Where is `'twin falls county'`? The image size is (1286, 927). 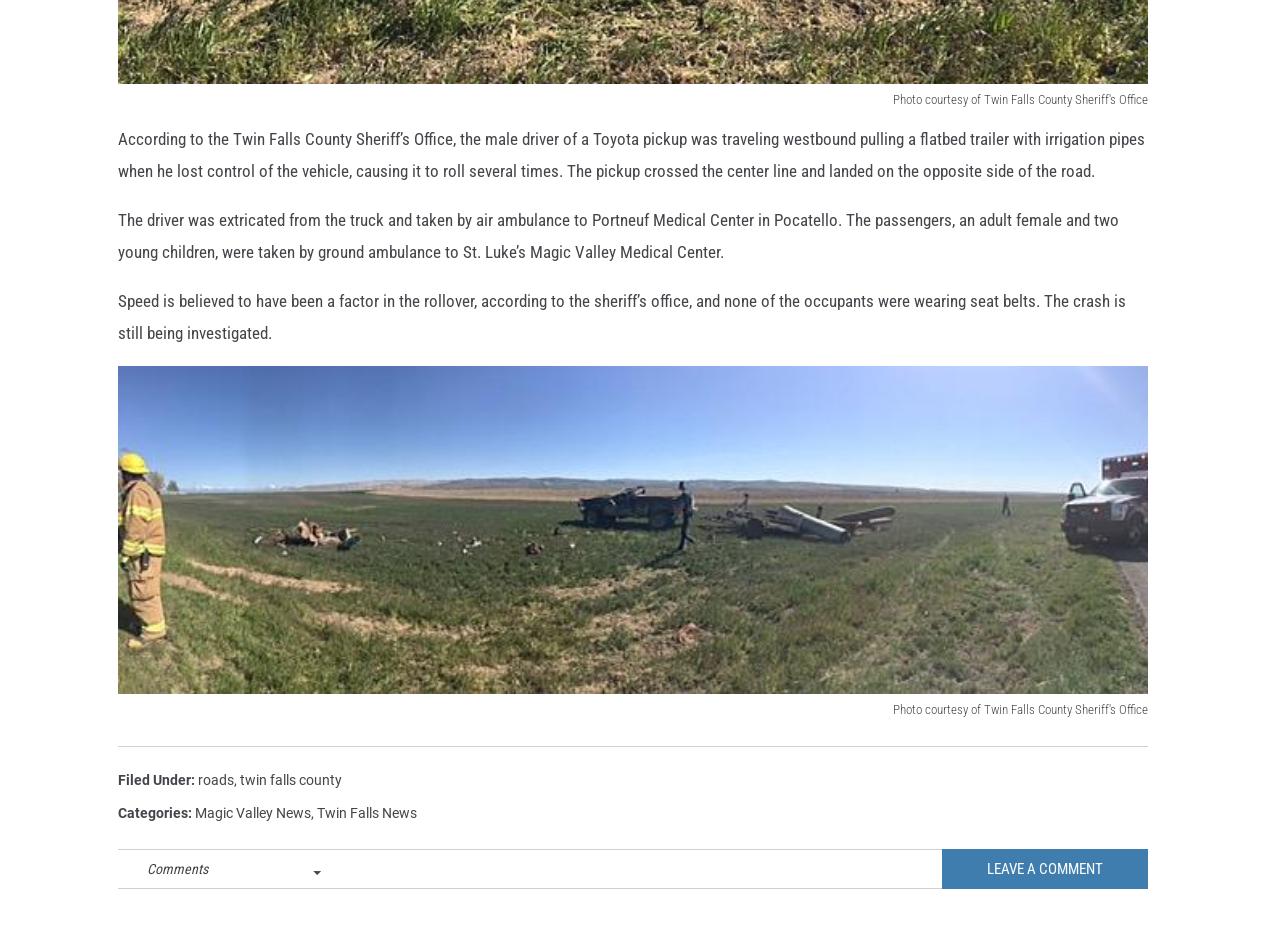 'twin falls county' is located at coordinates (239, 811).